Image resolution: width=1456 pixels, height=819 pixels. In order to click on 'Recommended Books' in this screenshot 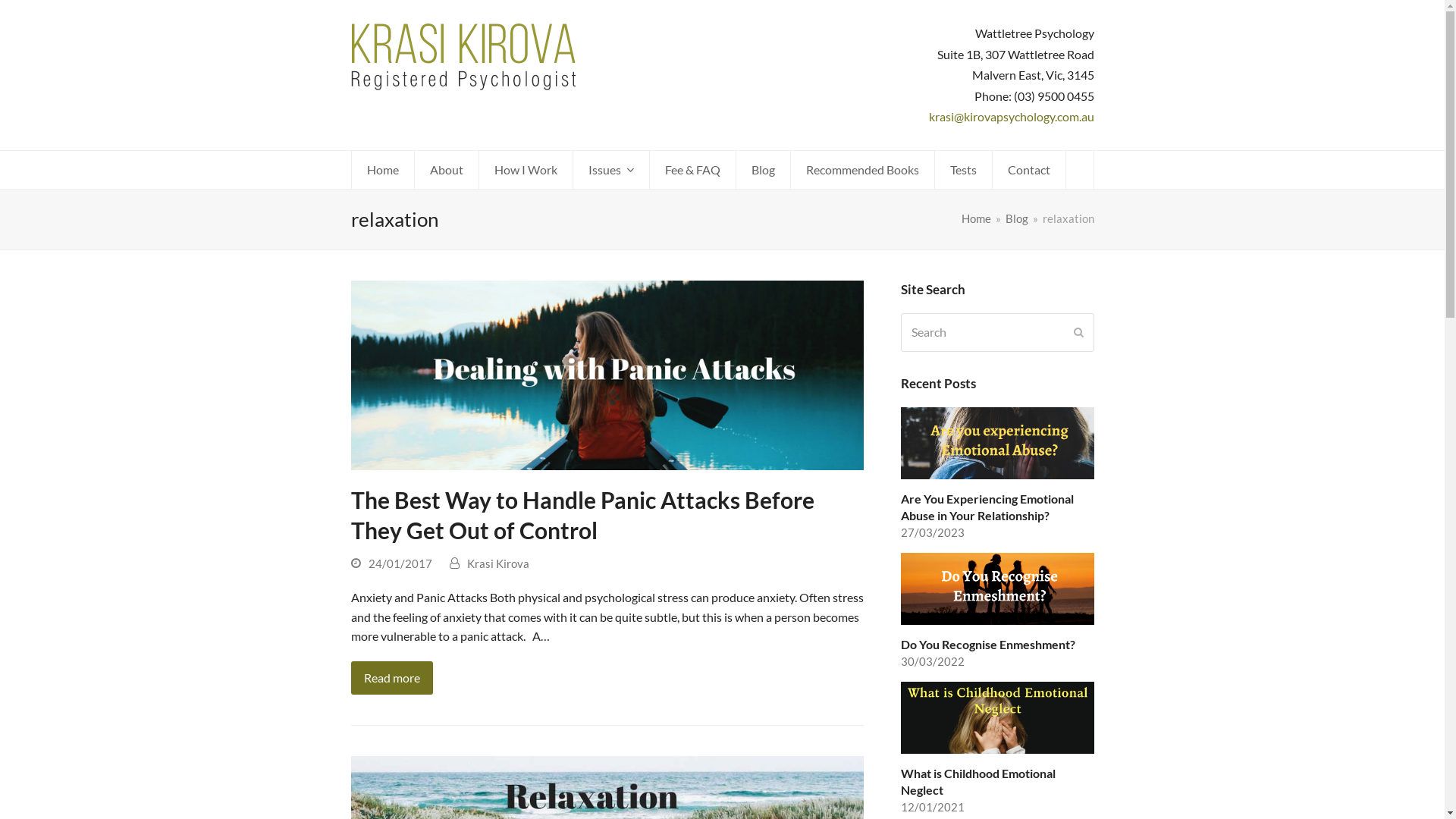, I will do `click(861, 169)`.